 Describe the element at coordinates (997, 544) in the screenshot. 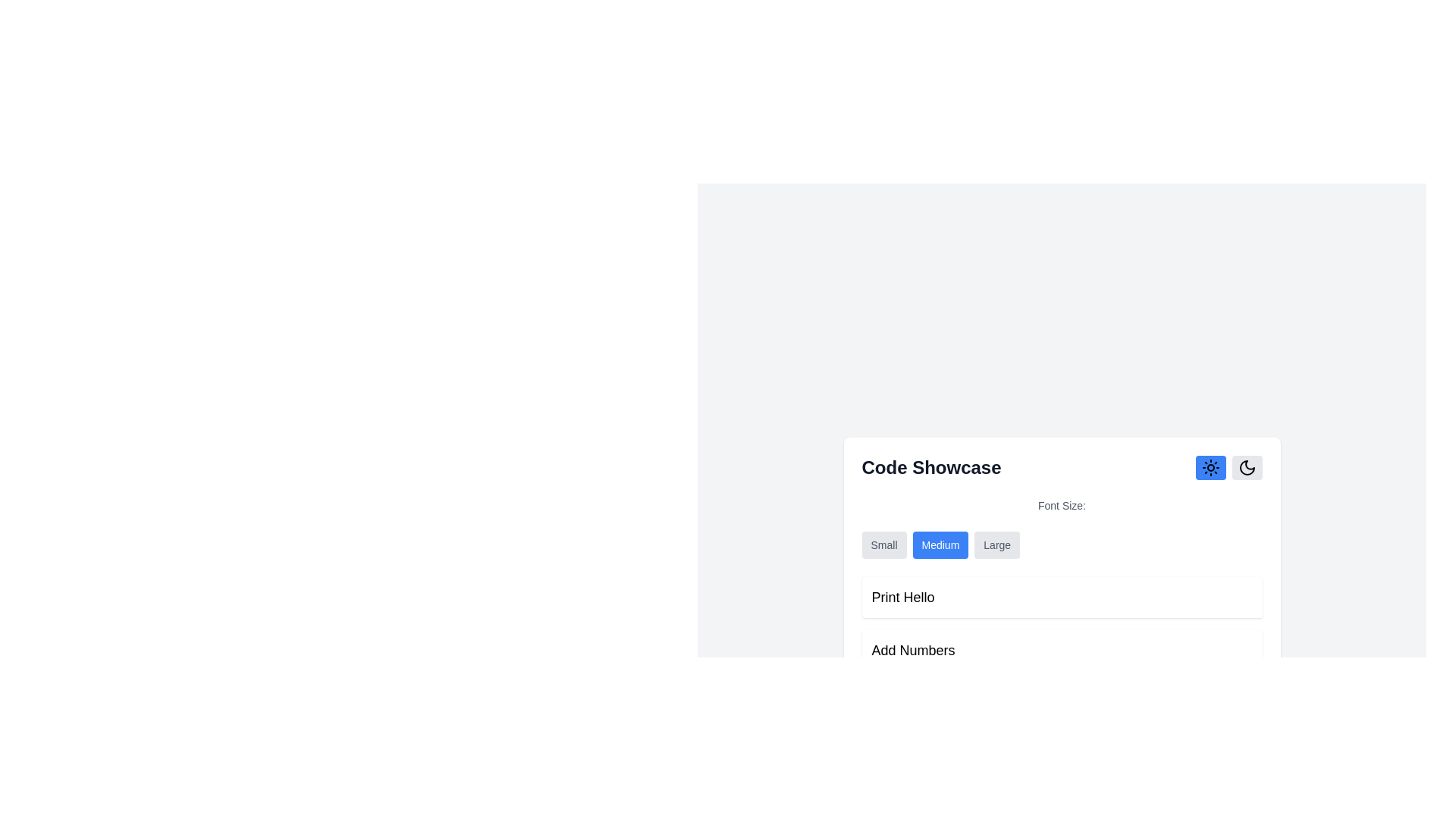

I see `keyboard navigation` at that location.